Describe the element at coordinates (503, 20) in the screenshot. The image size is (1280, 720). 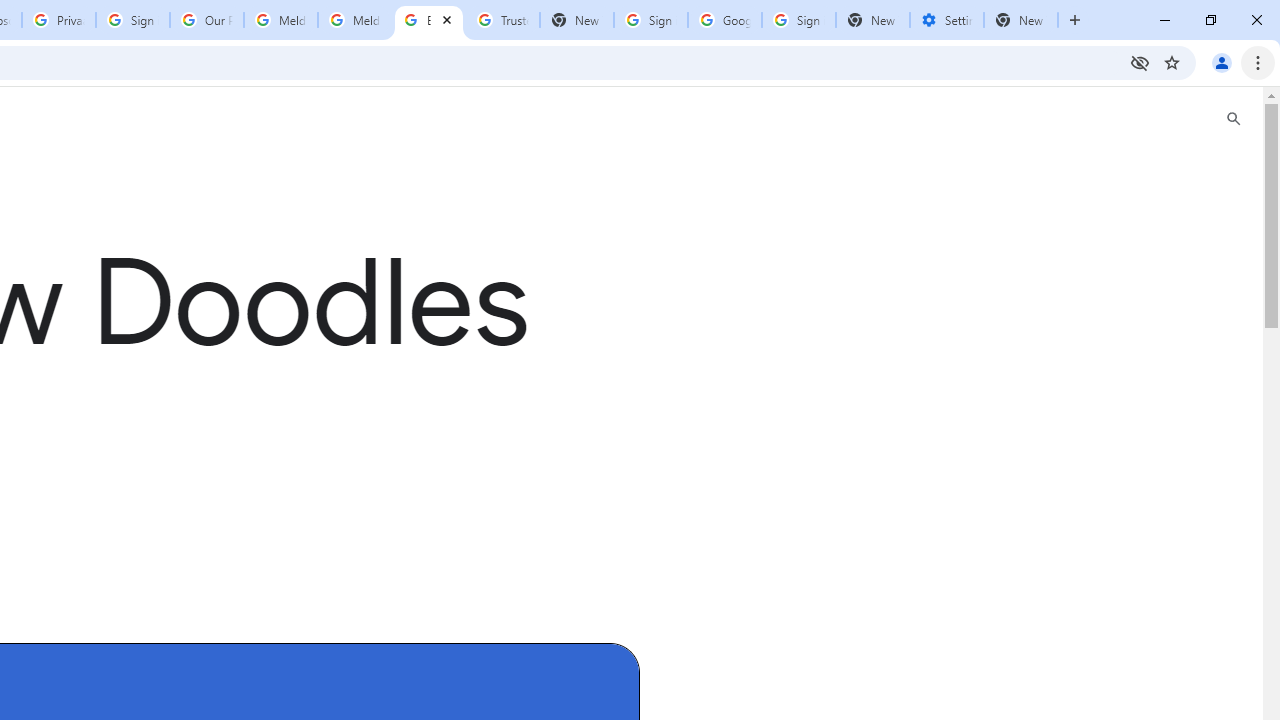
I see `'Trusted Information and Content - Google Safety Center'` at that location.